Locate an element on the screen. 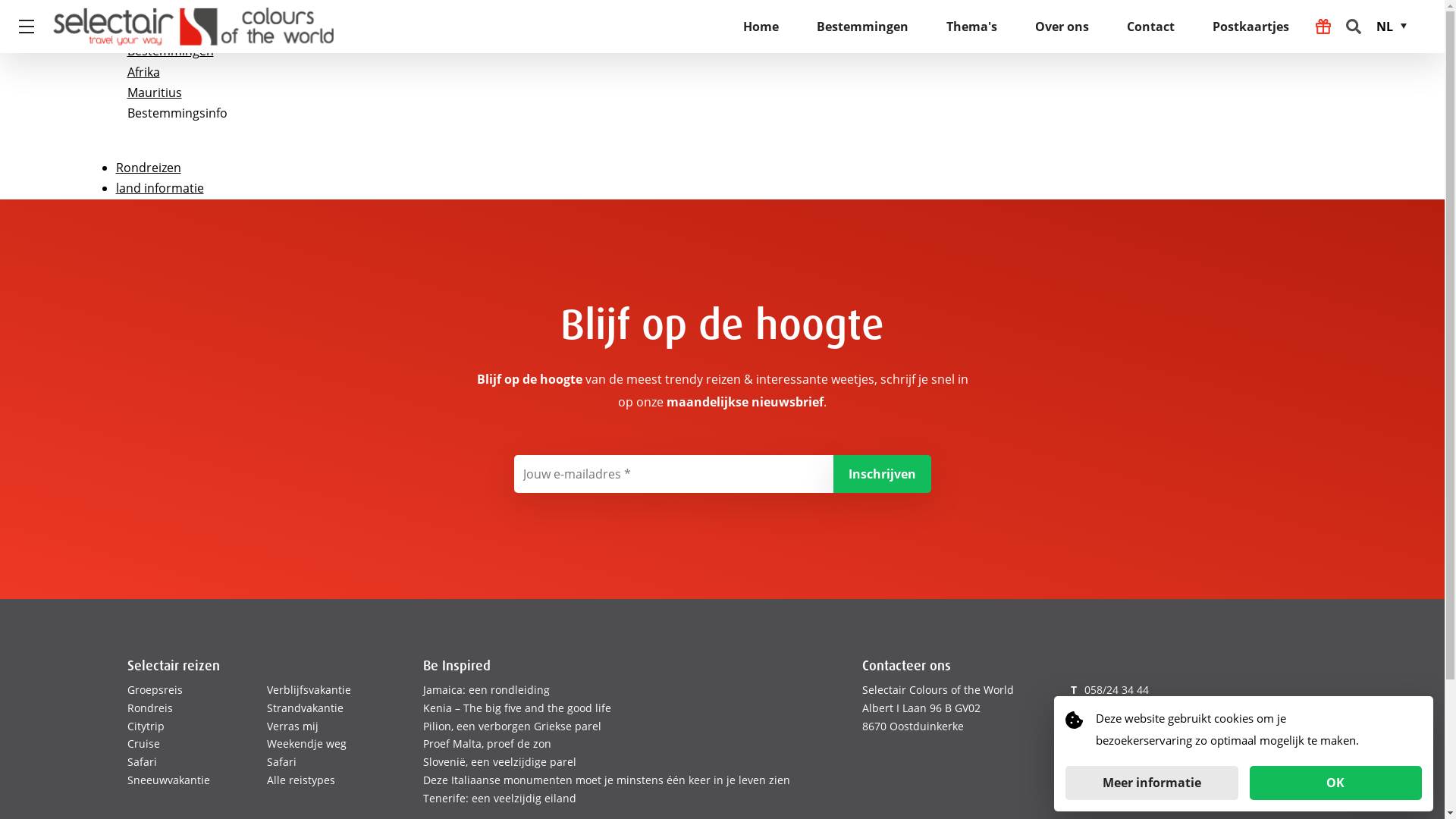 This screenshot has height=819, width=1456. 'Sneeuwvakantie' is located at coordinates (168, 780).